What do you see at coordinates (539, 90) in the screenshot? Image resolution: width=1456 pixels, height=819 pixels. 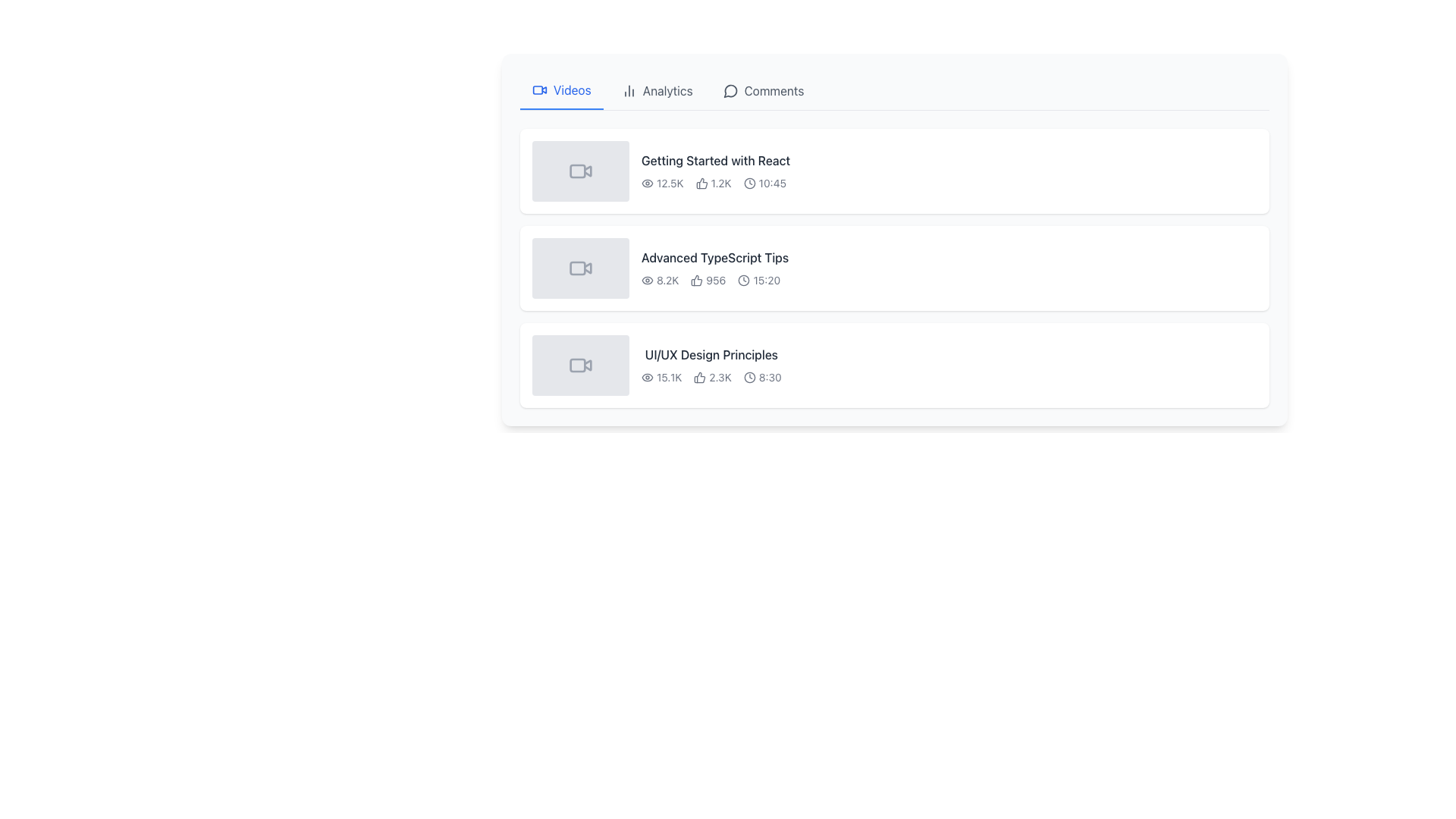 I see `the video camera icon located to the left of the 'Videos' text label in the tab header` at bounding box center [539, 90].